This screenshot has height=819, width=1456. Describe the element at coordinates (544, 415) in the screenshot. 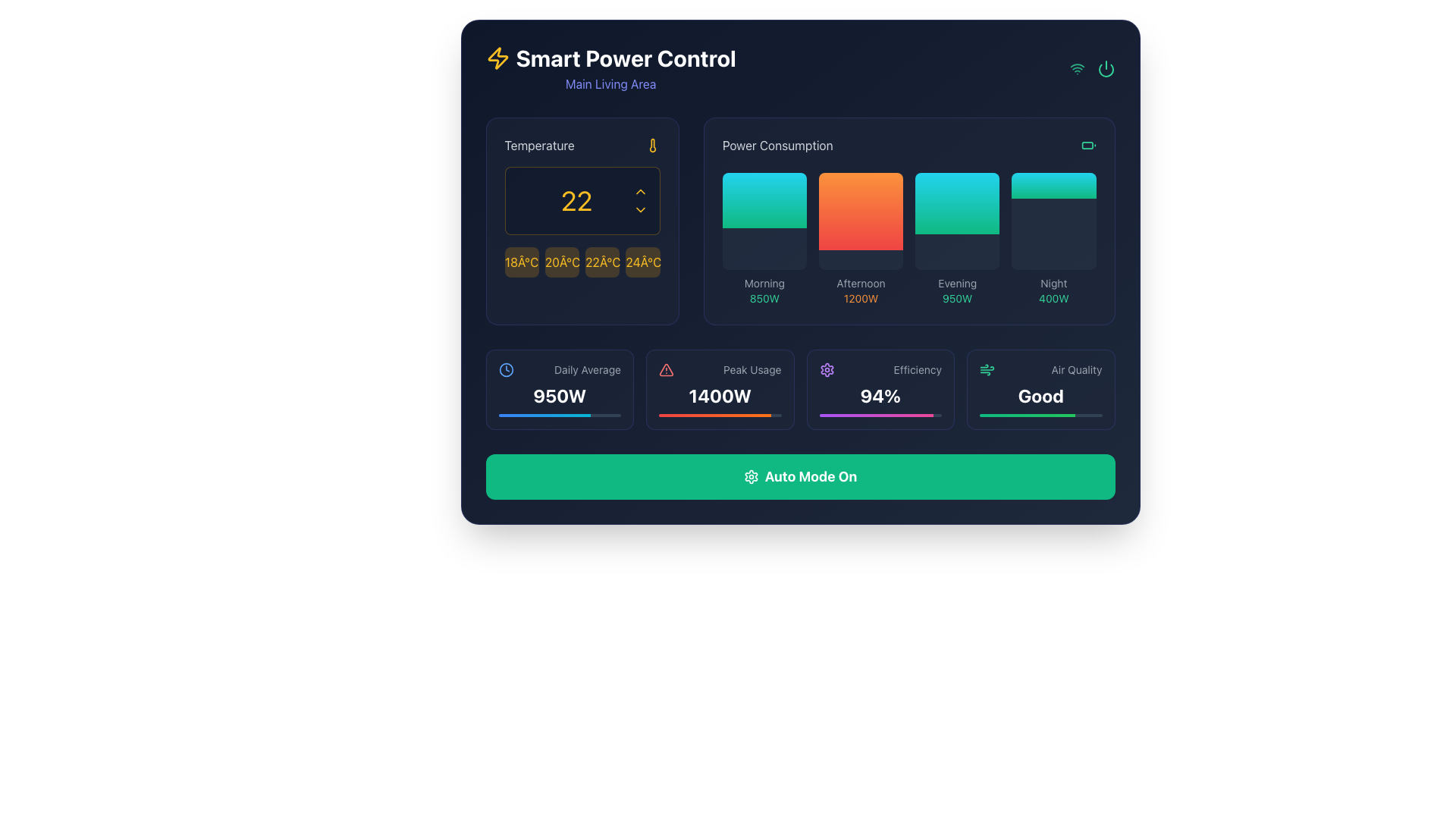

I see `the progress represented by the horizontal gradient-filled progress bar transitioning from blue to cyan, located below the 'Daily Average' section in the UI` at that location.